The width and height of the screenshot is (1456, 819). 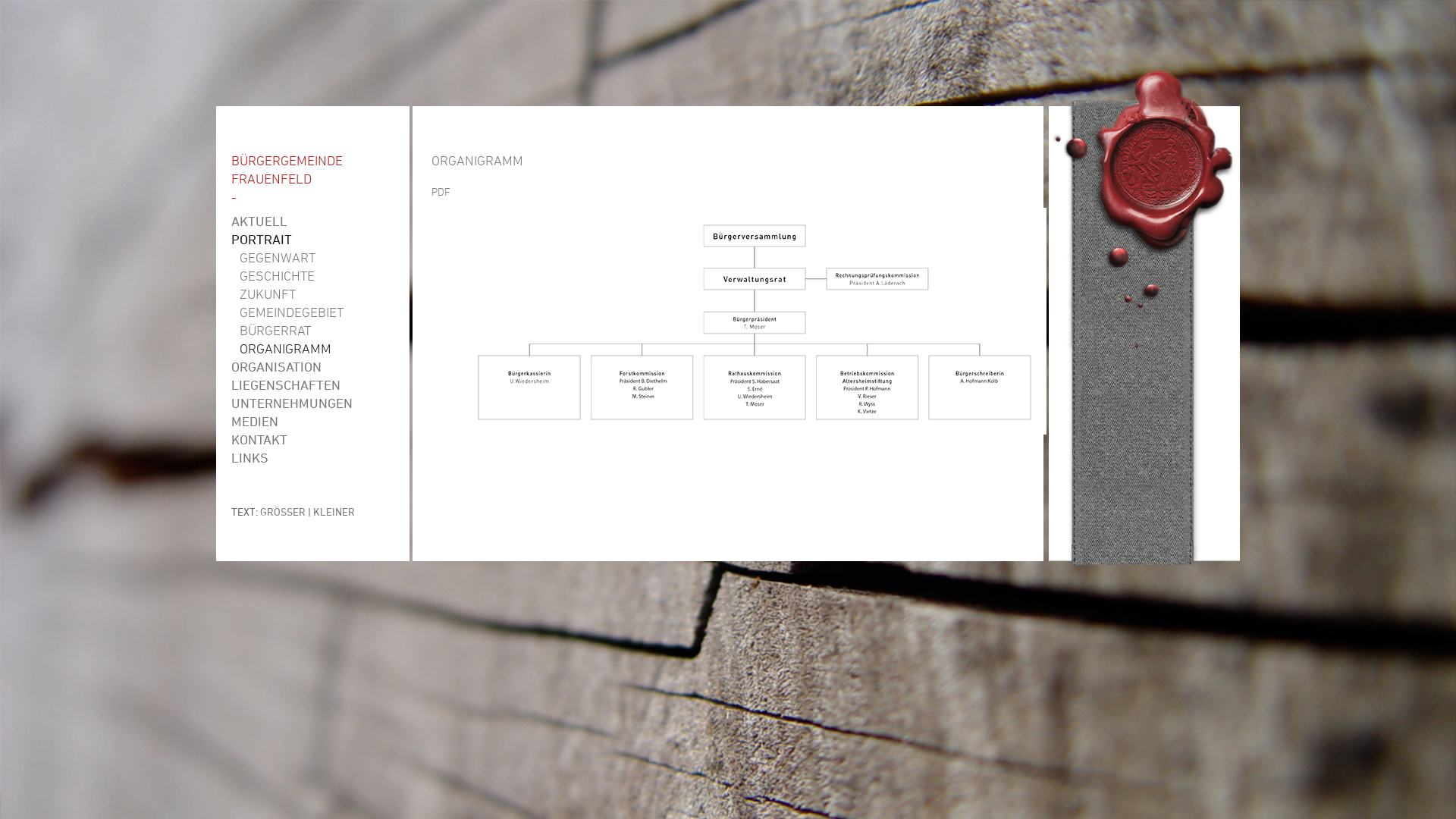 What do you see at coordinates (312, 384) in the screenshot?
I see `'LIEGENSCHAFTEN'` at bounding box center [312, 384].